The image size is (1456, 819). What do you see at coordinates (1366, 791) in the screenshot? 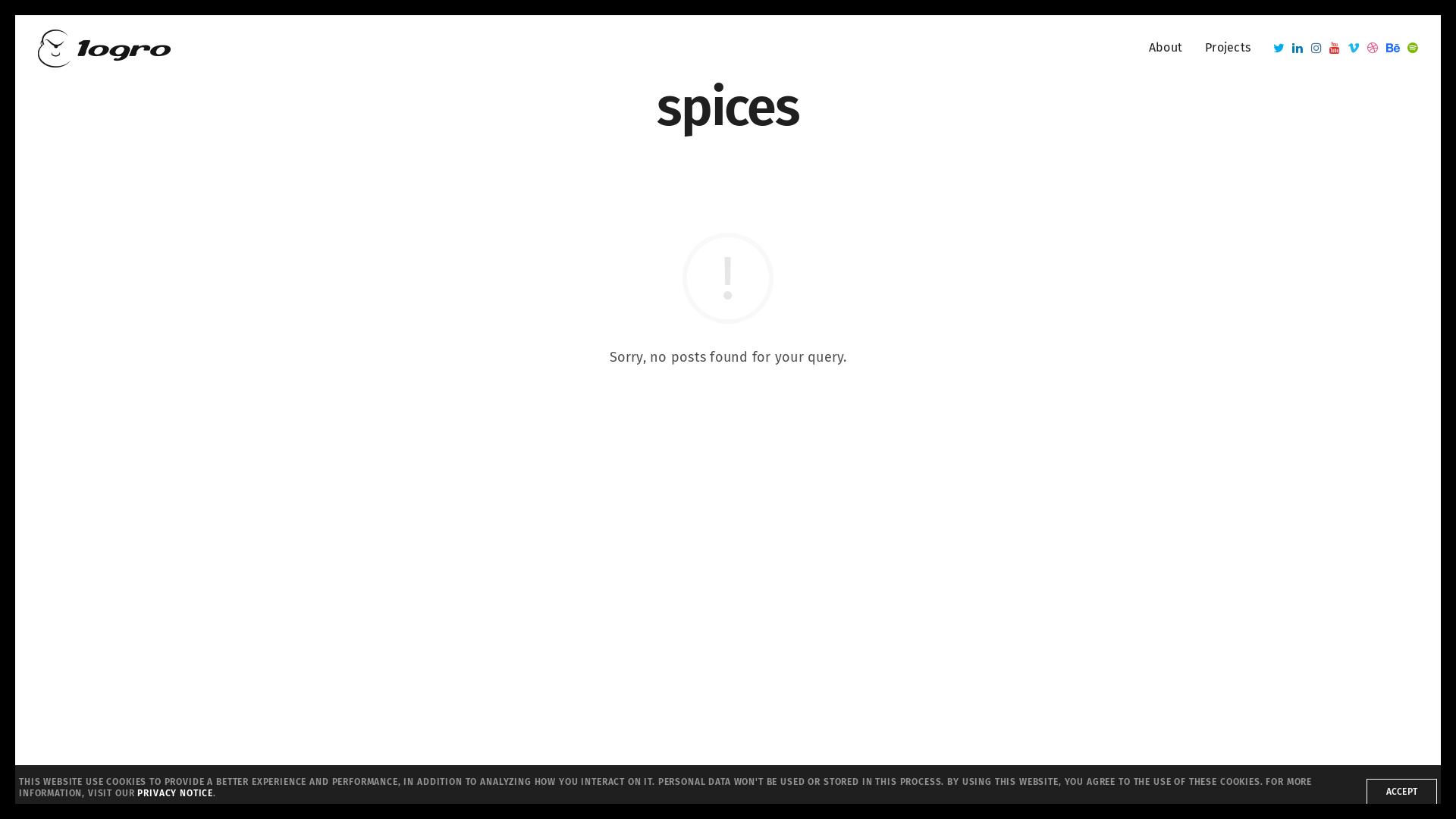
I see `'ACCEPT'` at bounding box center [1366, 791].